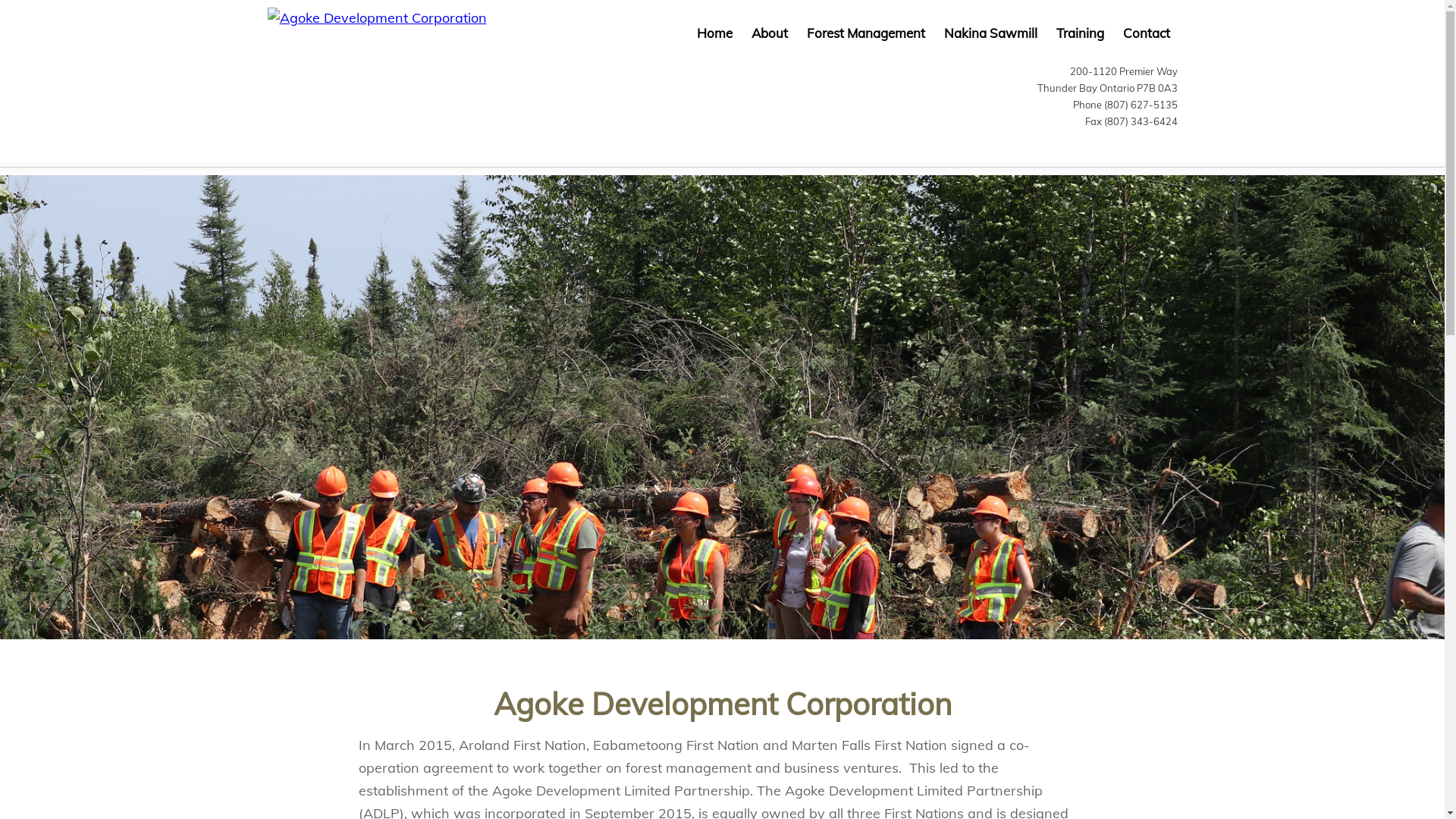 This screenshot has height=819, width=1456. Describe the element at coordinates (1078, 33) in the screenshot. I see `'Training'` at that location.